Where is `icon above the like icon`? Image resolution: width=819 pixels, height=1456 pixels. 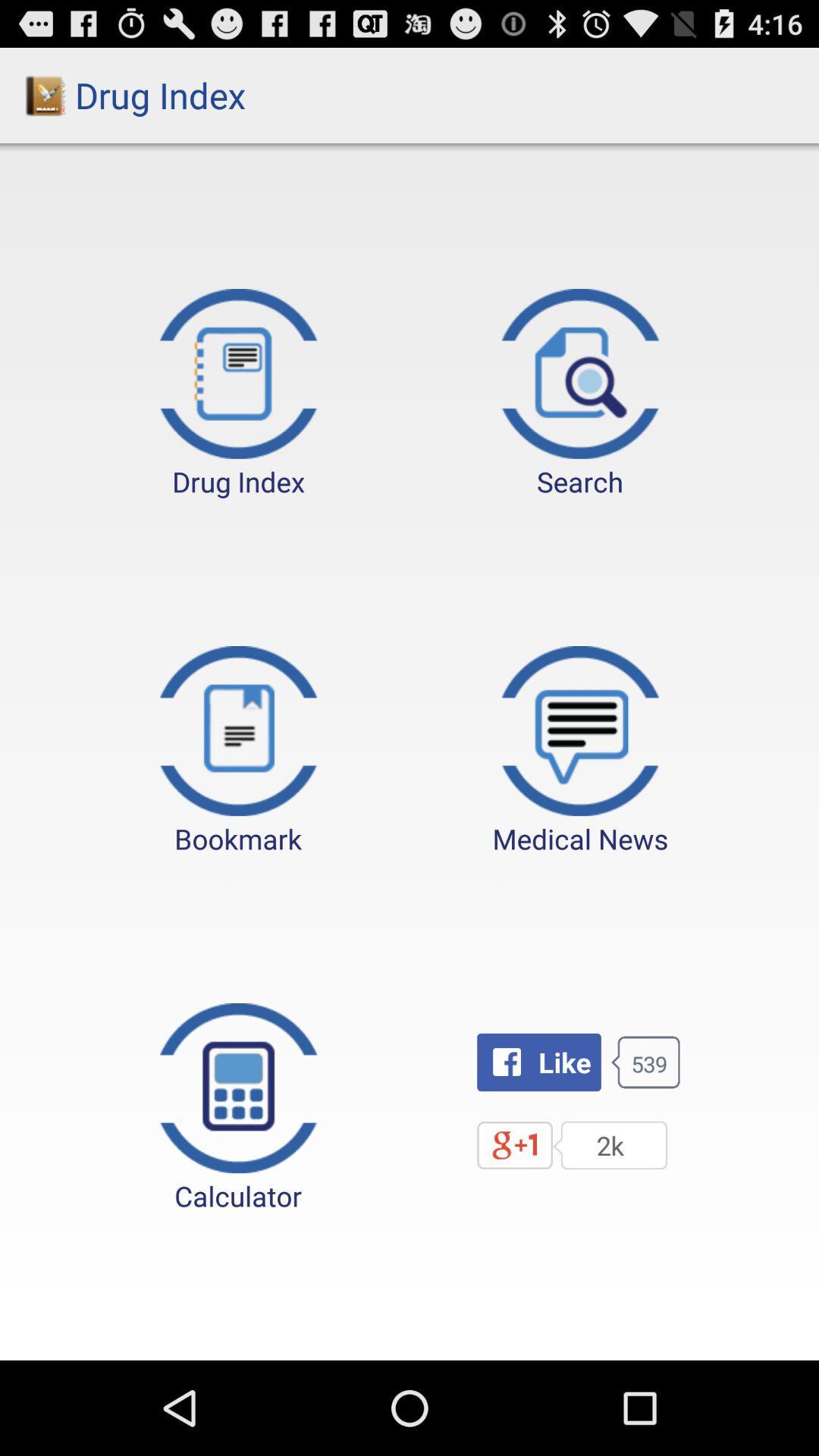
icon above the like icon is located at coordinates (580, 752).